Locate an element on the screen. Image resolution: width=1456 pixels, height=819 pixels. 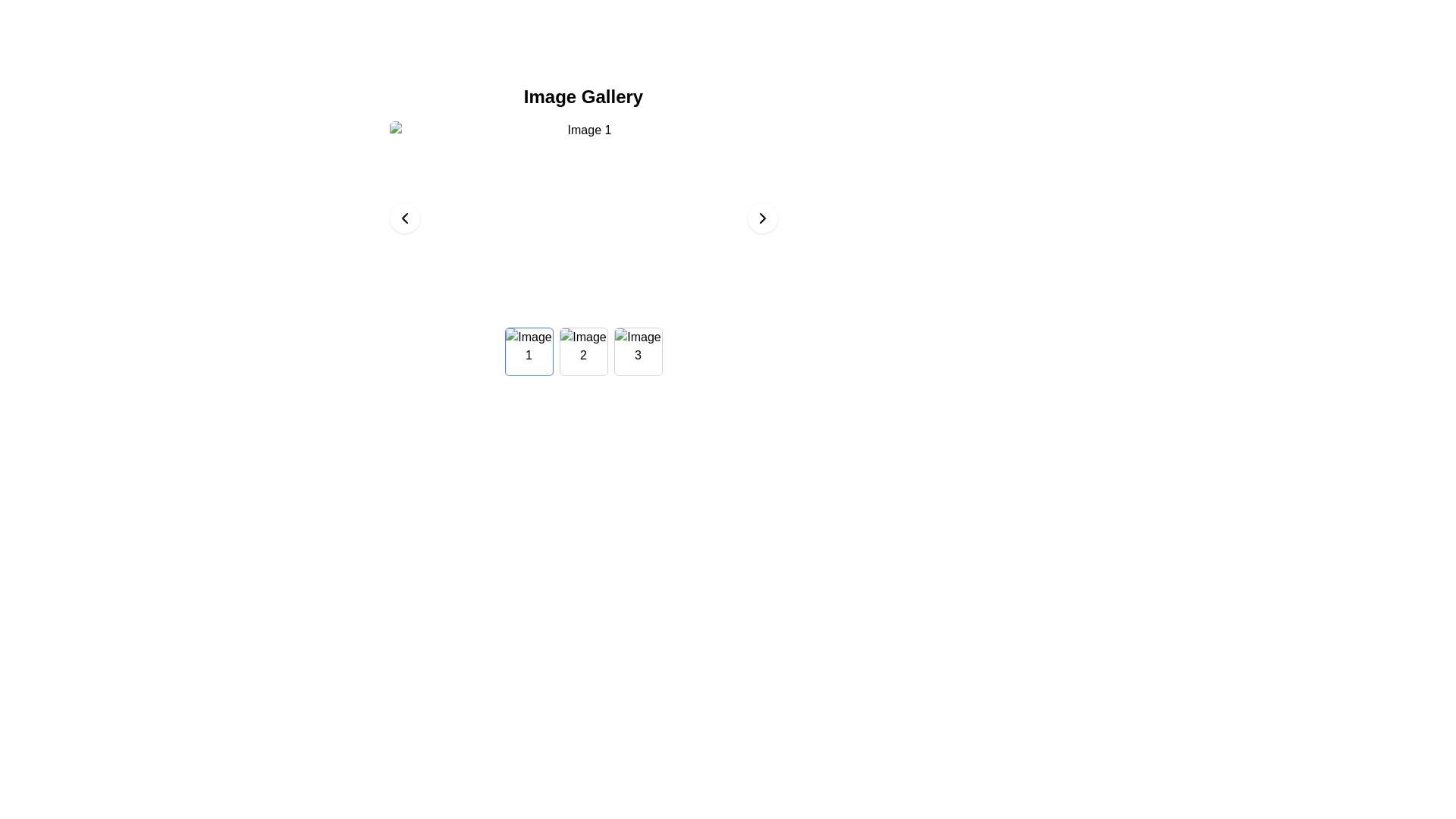
the circular button with a white background and a black right-facing chevron icon is located at coordinates (762, 218).